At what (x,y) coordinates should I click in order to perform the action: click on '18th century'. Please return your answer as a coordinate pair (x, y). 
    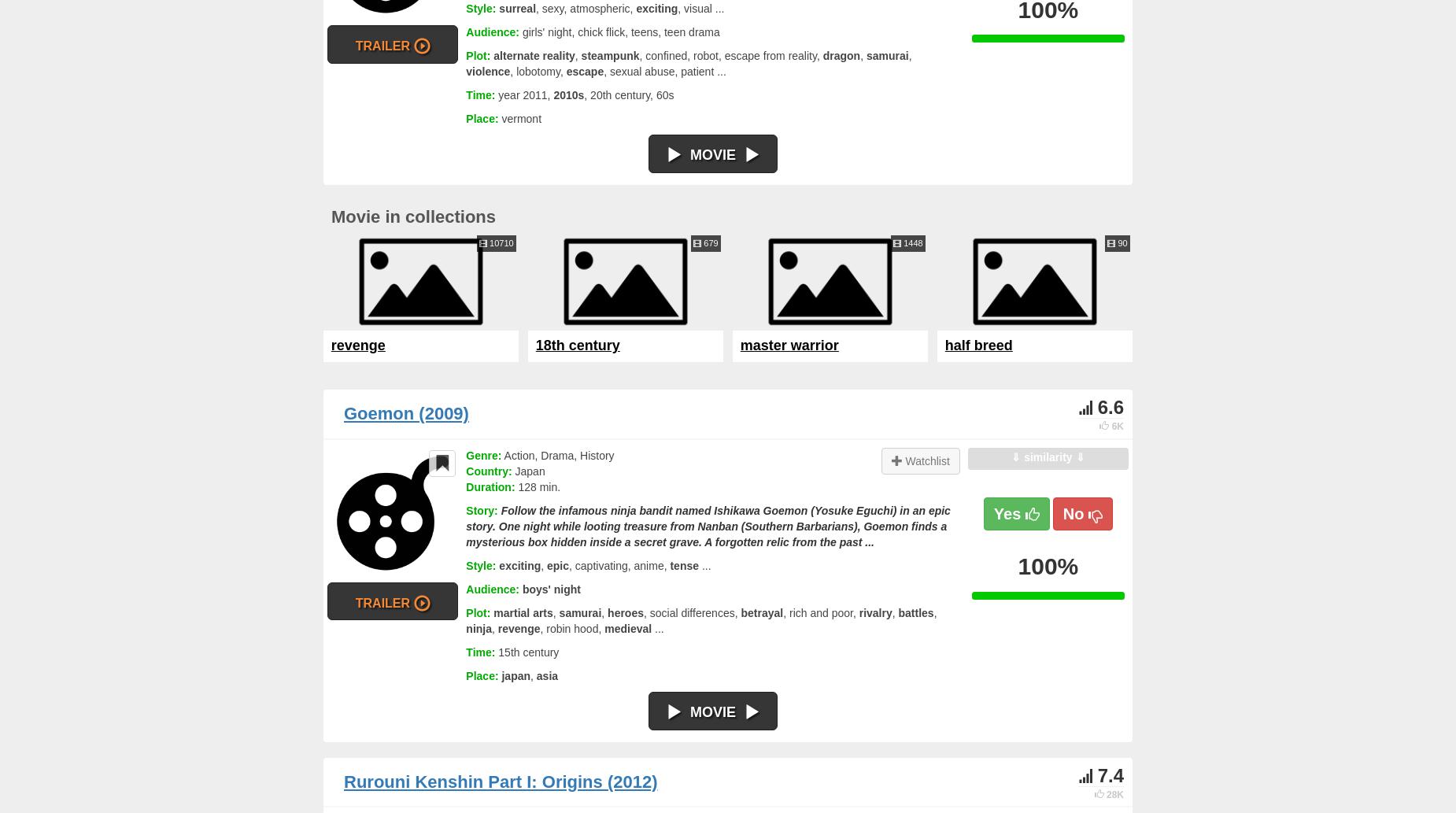
    Looking at the image, I should click on (577, 346).